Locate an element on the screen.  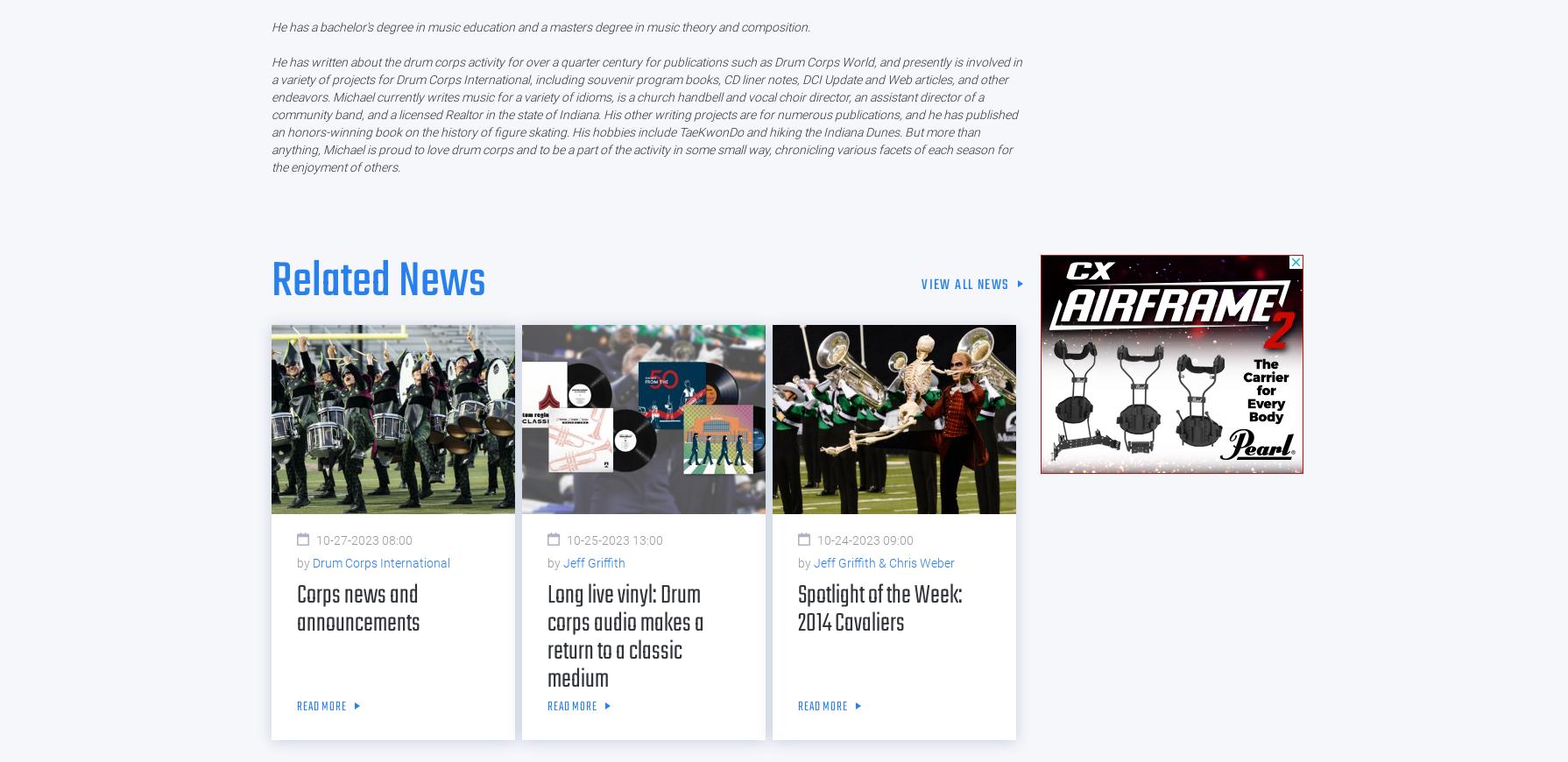
'10-24-2023 09:00' is located at coordinates (865, 540).